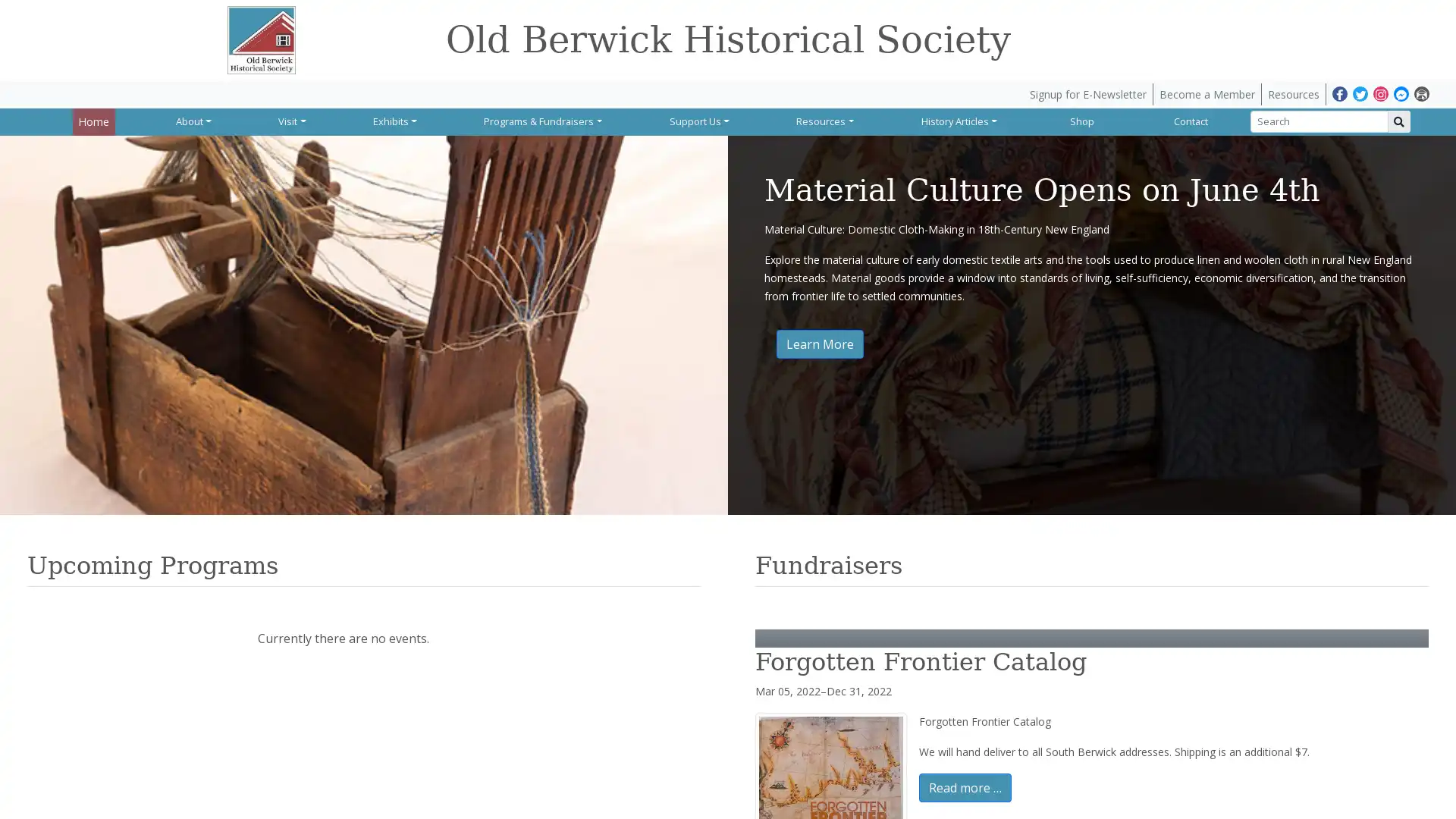 Image resolution: width=1456 pixels, height=819 pixels. Describe the element at coordinates (394, 120) in the screenshot. I see `Exhibits` at that location.